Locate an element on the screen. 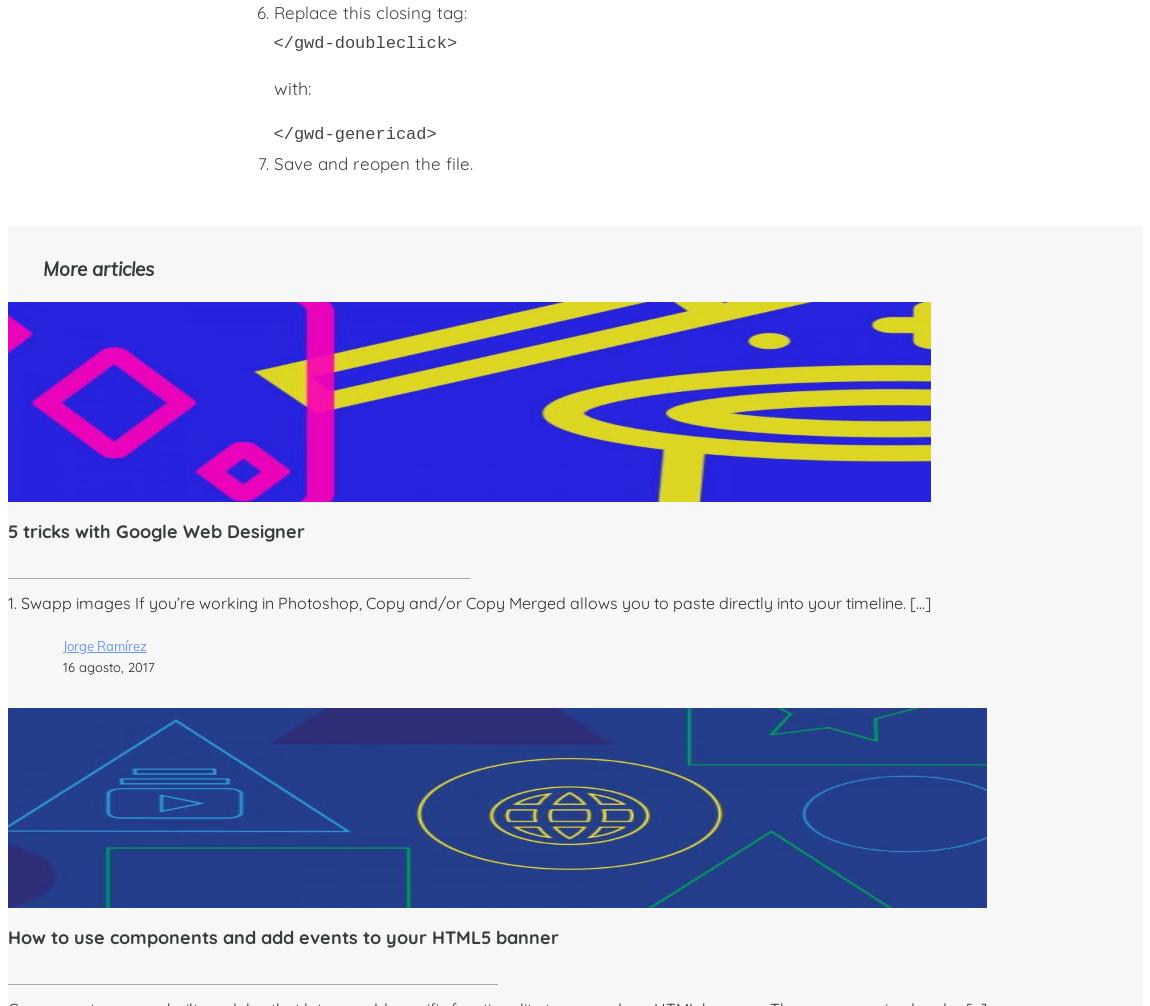  'Jorge Ramírez' is located at coordinates (62, 645).